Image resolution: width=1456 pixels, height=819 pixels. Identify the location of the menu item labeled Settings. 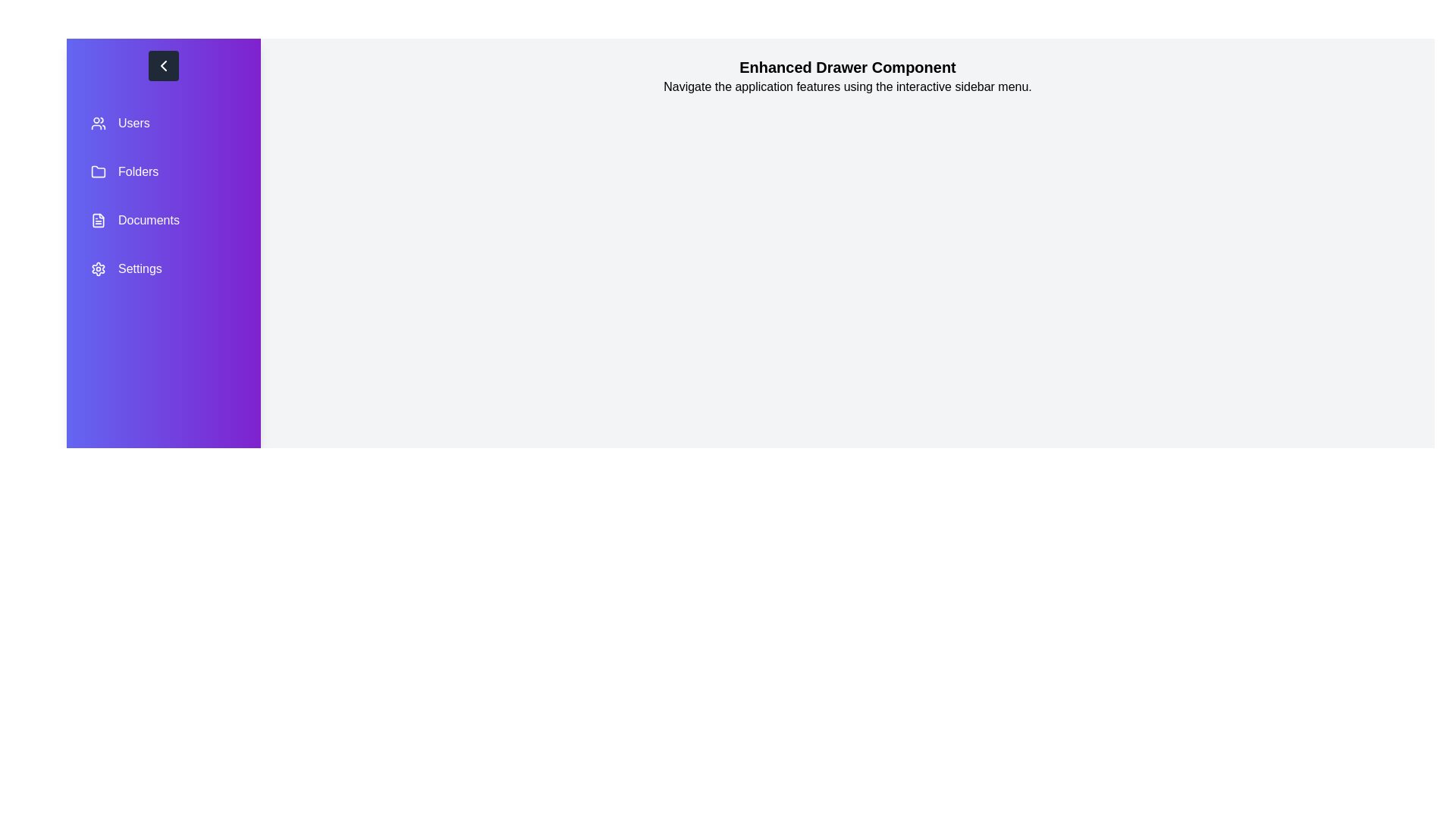
(164, 268).